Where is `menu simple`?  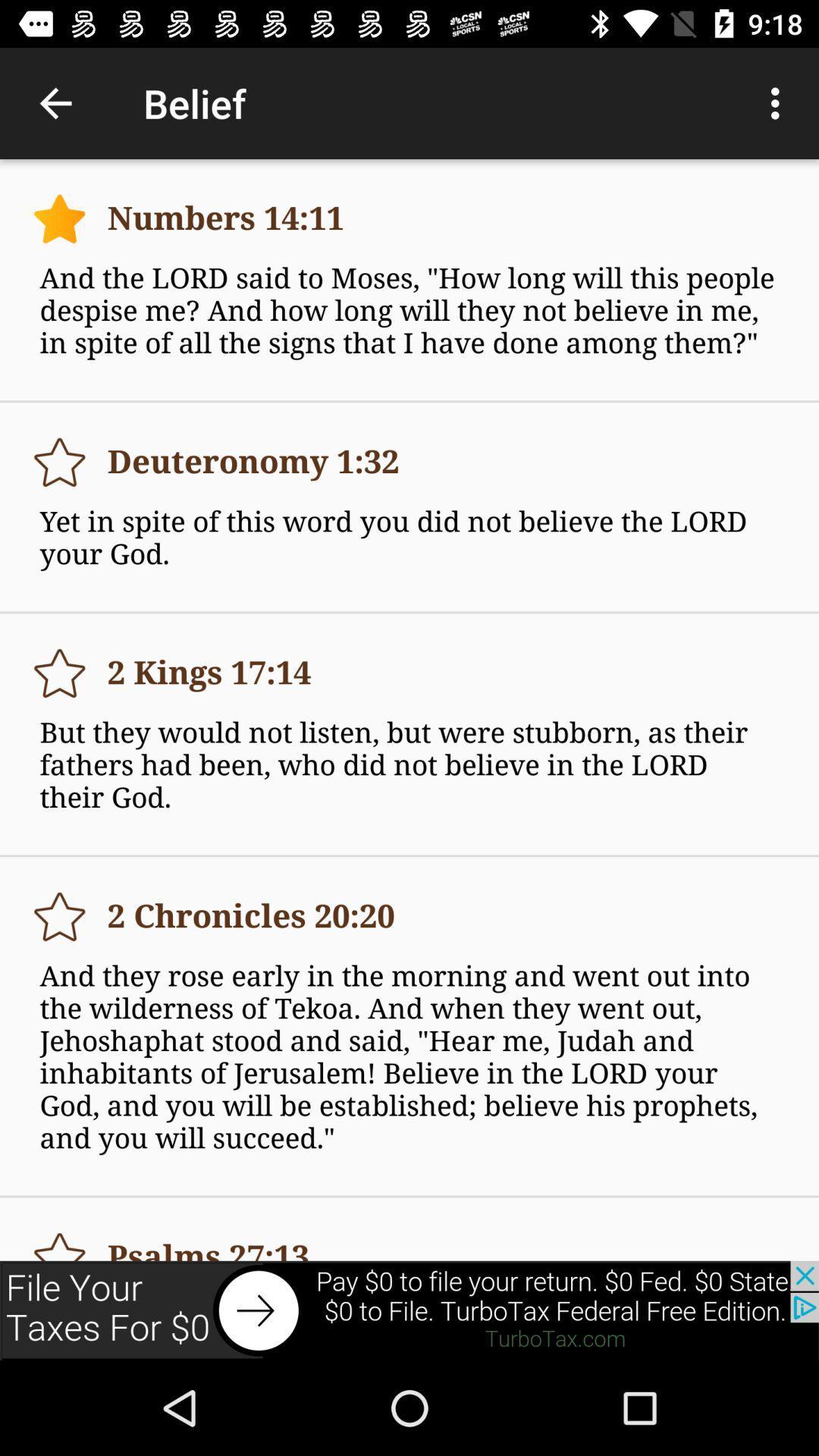
menu simple is located at coordinates (58, 916).